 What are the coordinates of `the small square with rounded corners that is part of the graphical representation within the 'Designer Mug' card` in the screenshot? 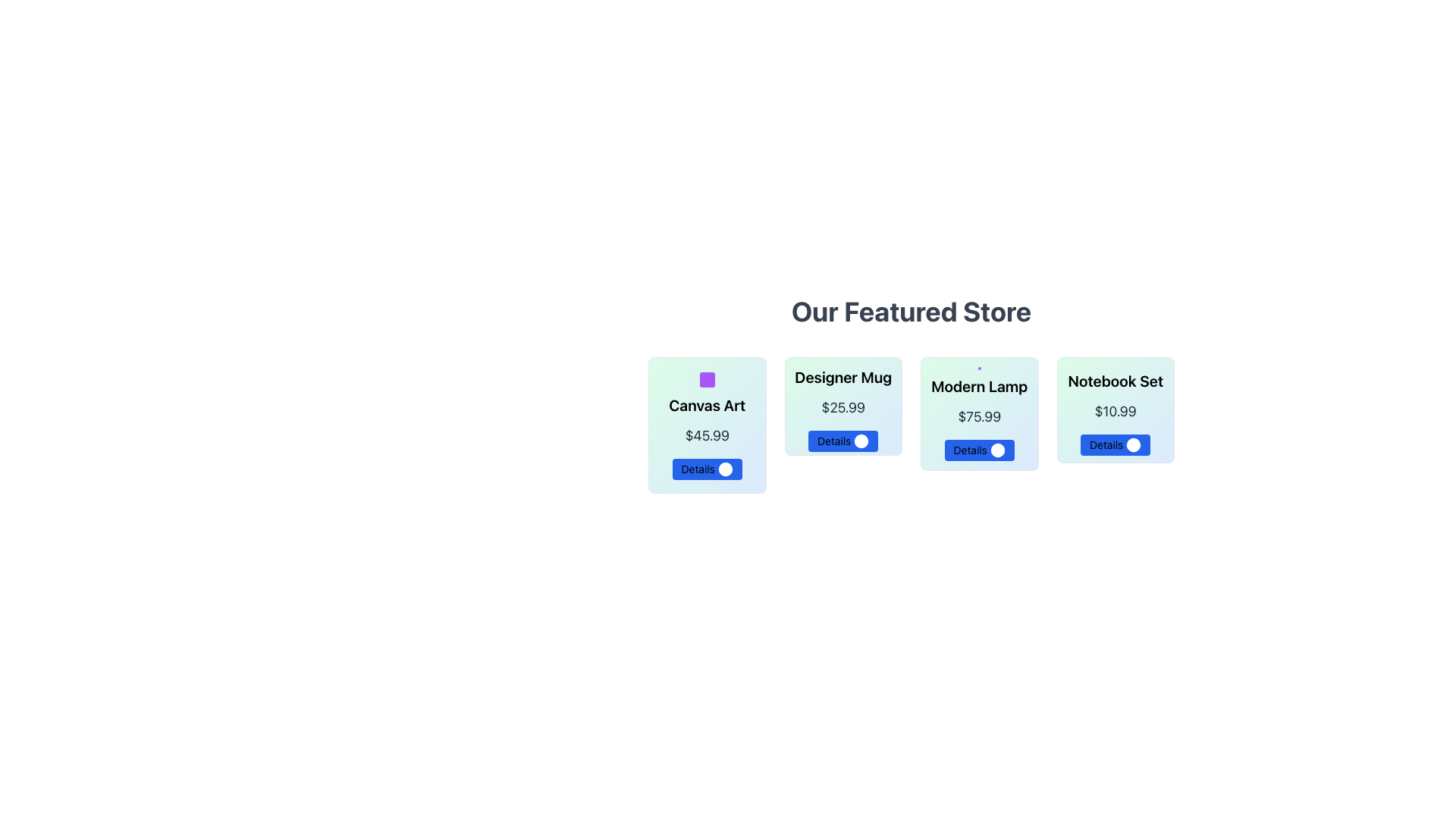 It's located at (843, 370).